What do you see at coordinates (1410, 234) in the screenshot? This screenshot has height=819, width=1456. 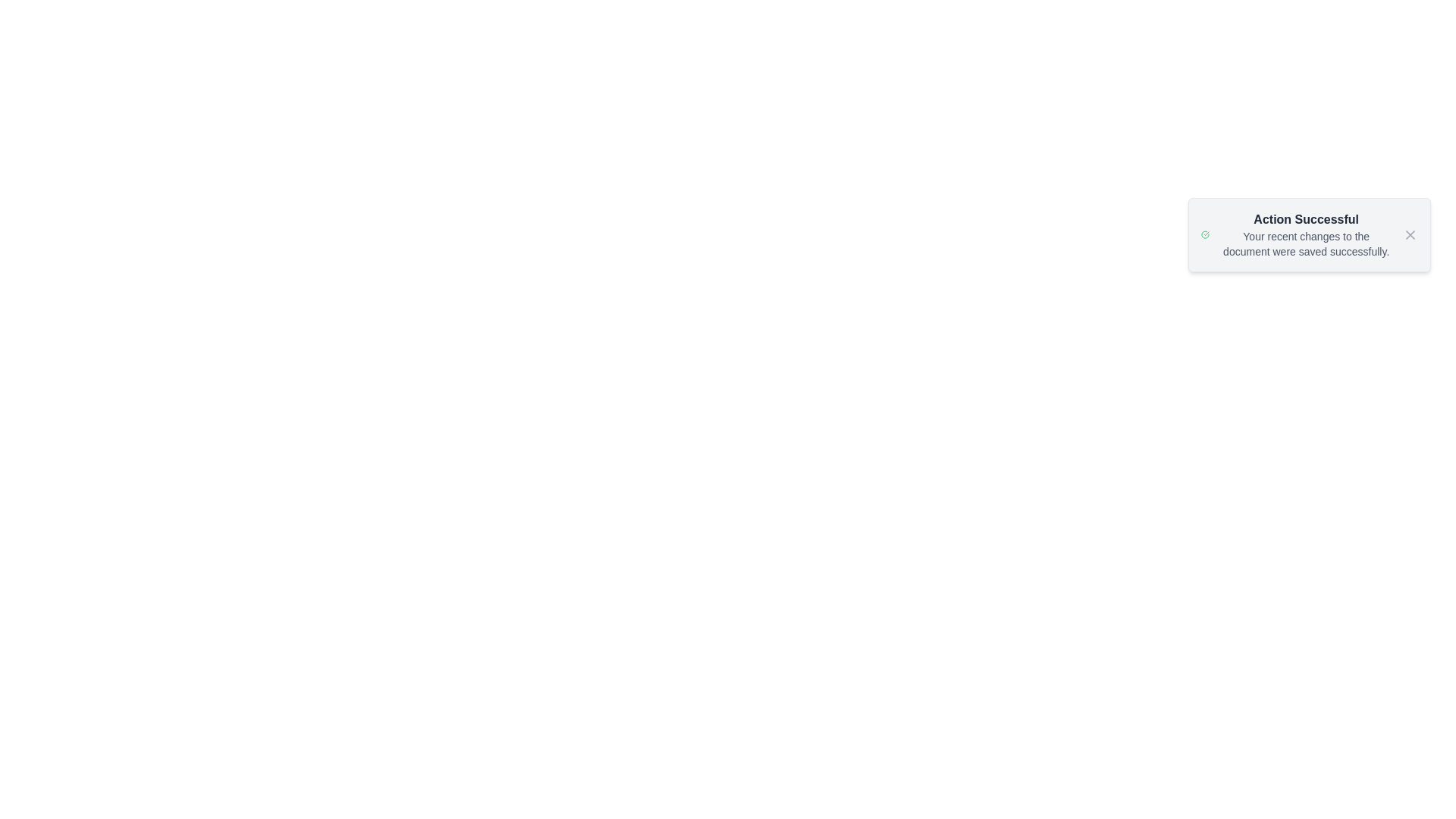 I see `the close button of the alert widget to dismiss the alert` at bounding box center [1410, 234].